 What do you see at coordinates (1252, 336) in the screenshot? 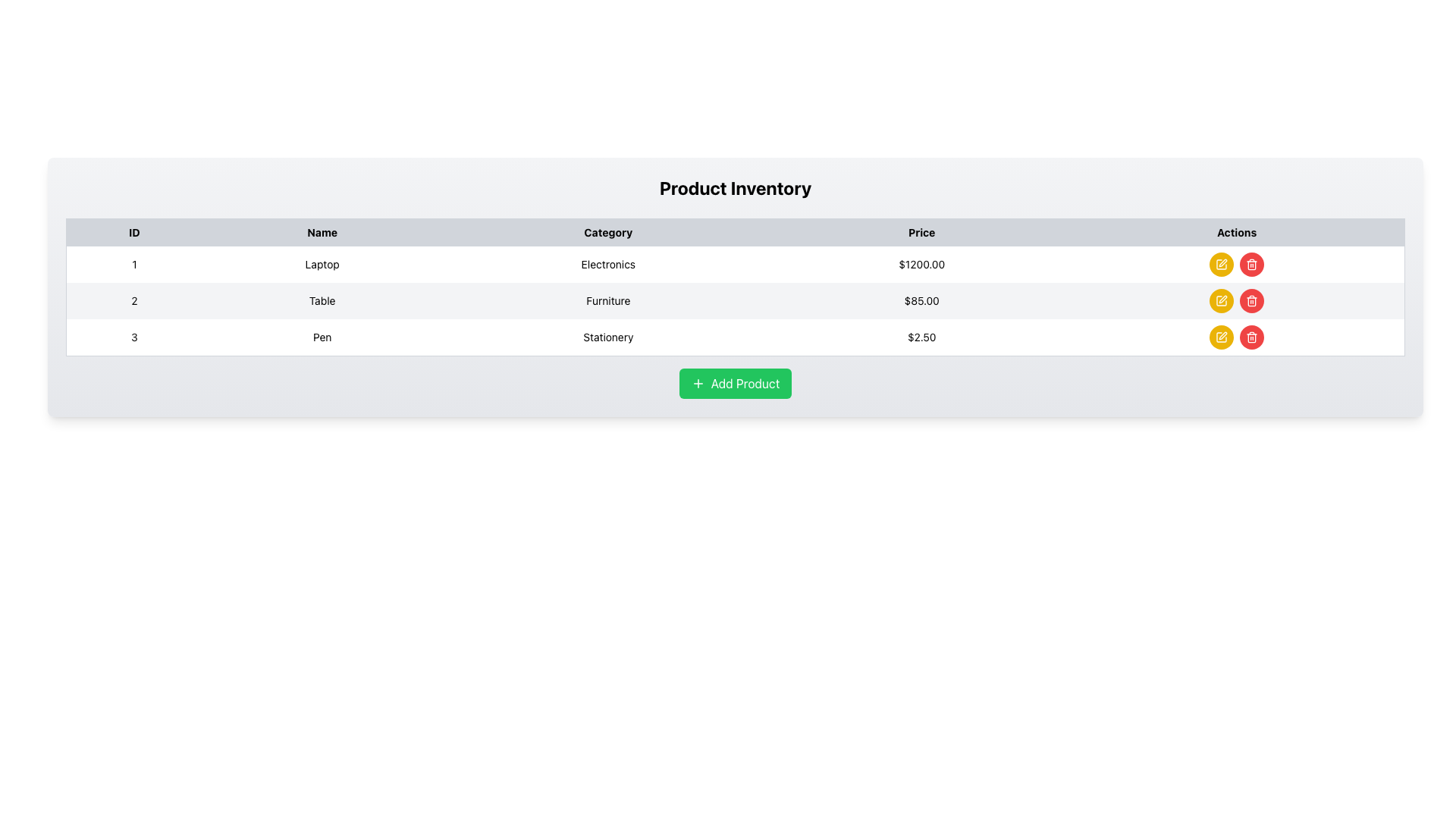
I see `the red circular delete button with a white trash bin icon located in the 'Actions' column of the third row of the table` at bounding box center [1252, 336].